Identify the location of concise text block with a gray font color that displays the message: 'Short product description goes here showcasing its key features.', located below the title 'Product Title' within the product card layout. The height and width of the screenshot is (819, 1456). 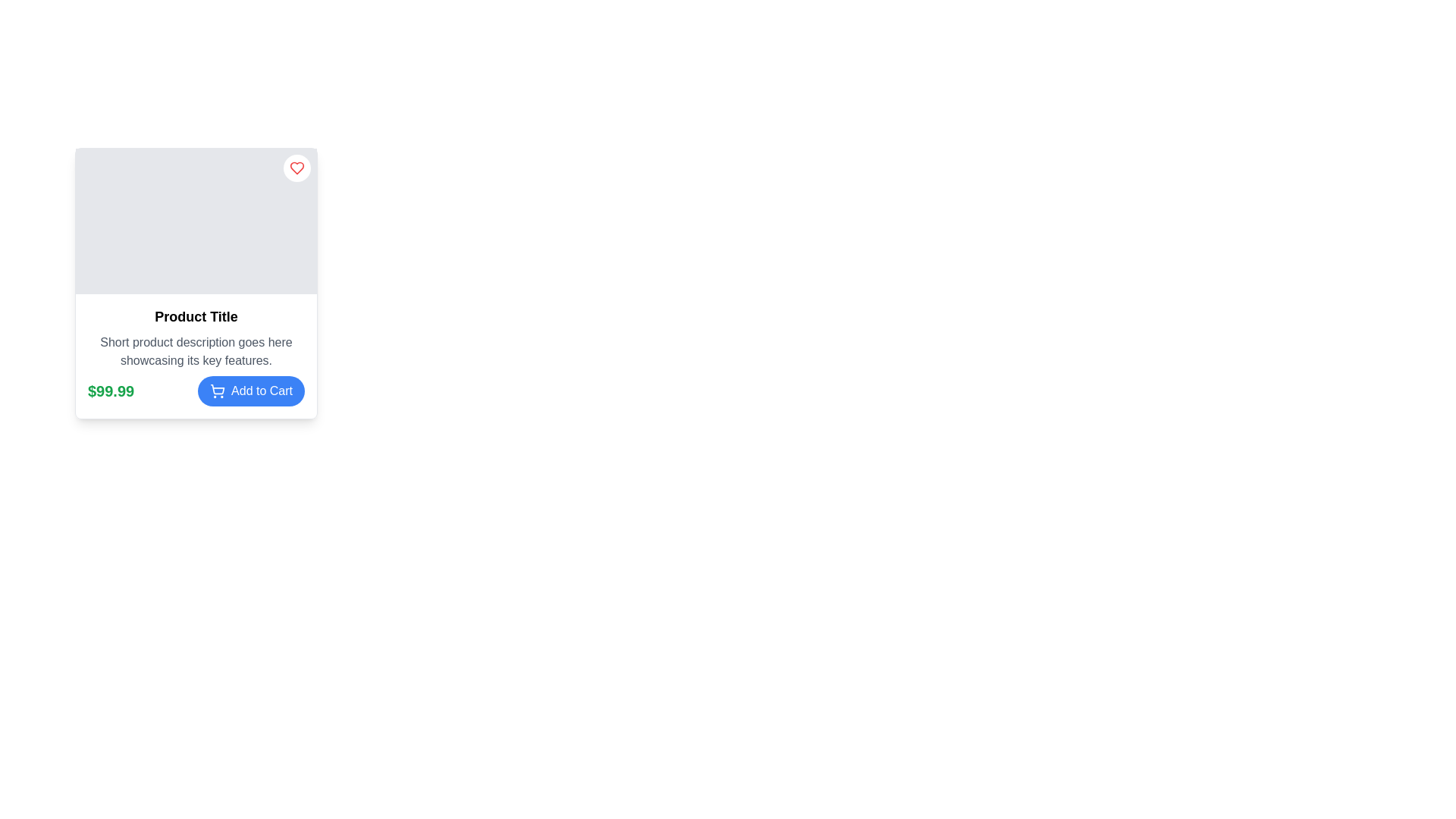
(196, 351).